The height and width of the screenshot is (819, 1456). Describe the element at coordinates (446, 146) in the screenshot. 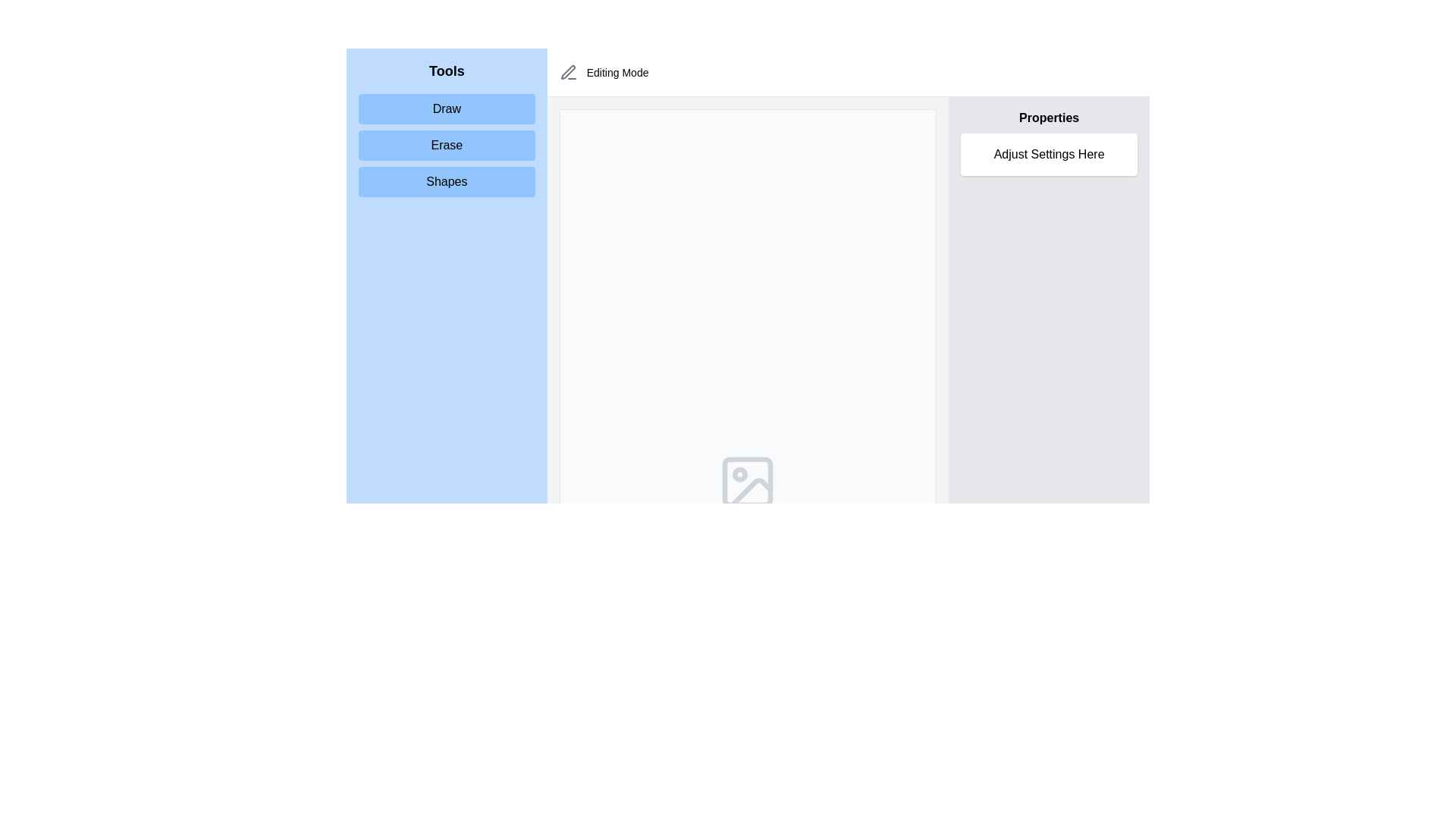

I see `the 'Erase' button located below the 'Tools' heading and above the 'Shapes' button` at that location.